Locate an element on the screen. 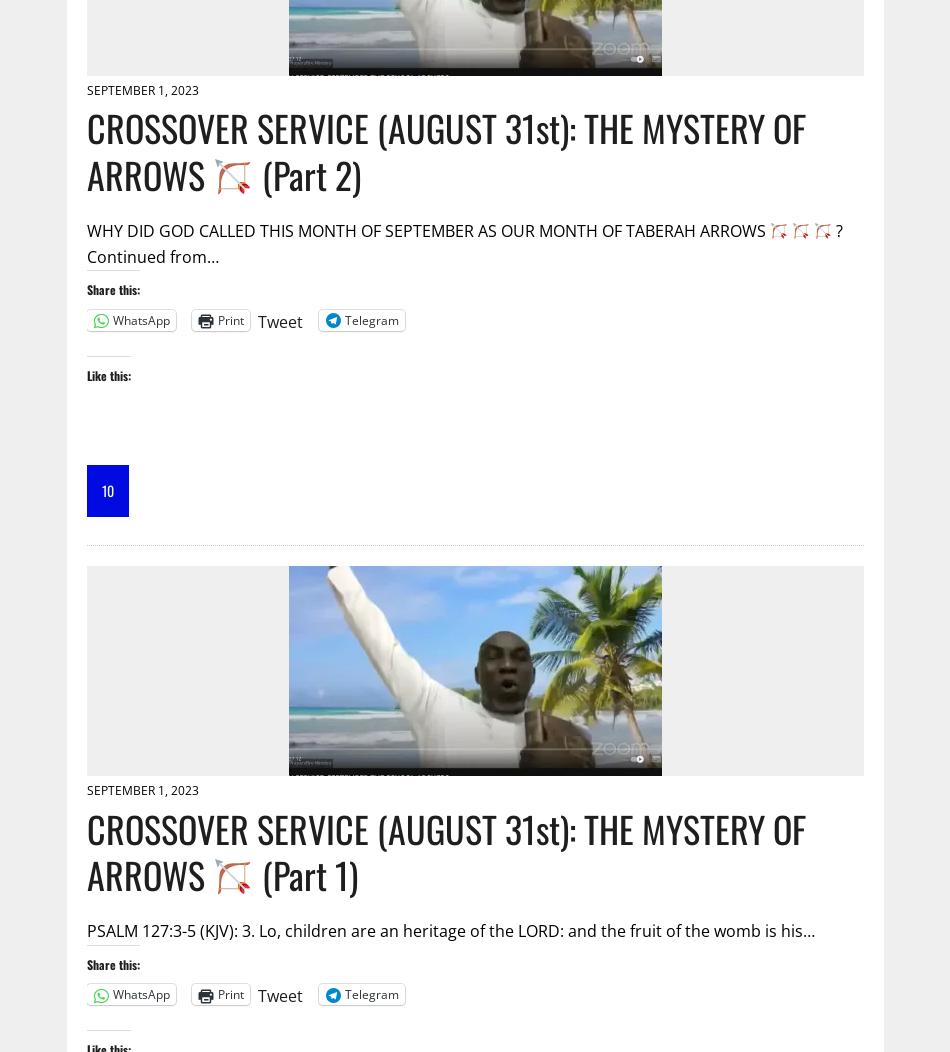  '? Continued from…' is located at coordinates (463, 242).